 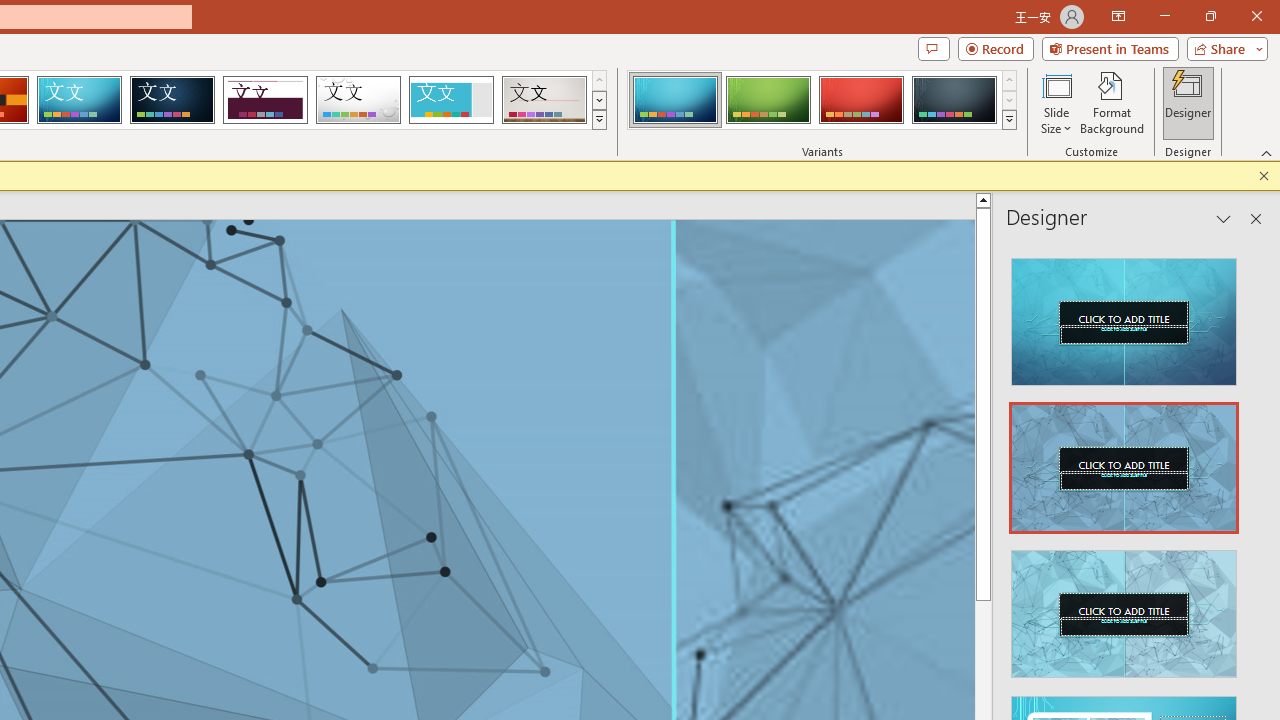 What do you see at coordinates (450, 100) in the screenshot?
I see `'Frame'` at bounding box center [450, 100].